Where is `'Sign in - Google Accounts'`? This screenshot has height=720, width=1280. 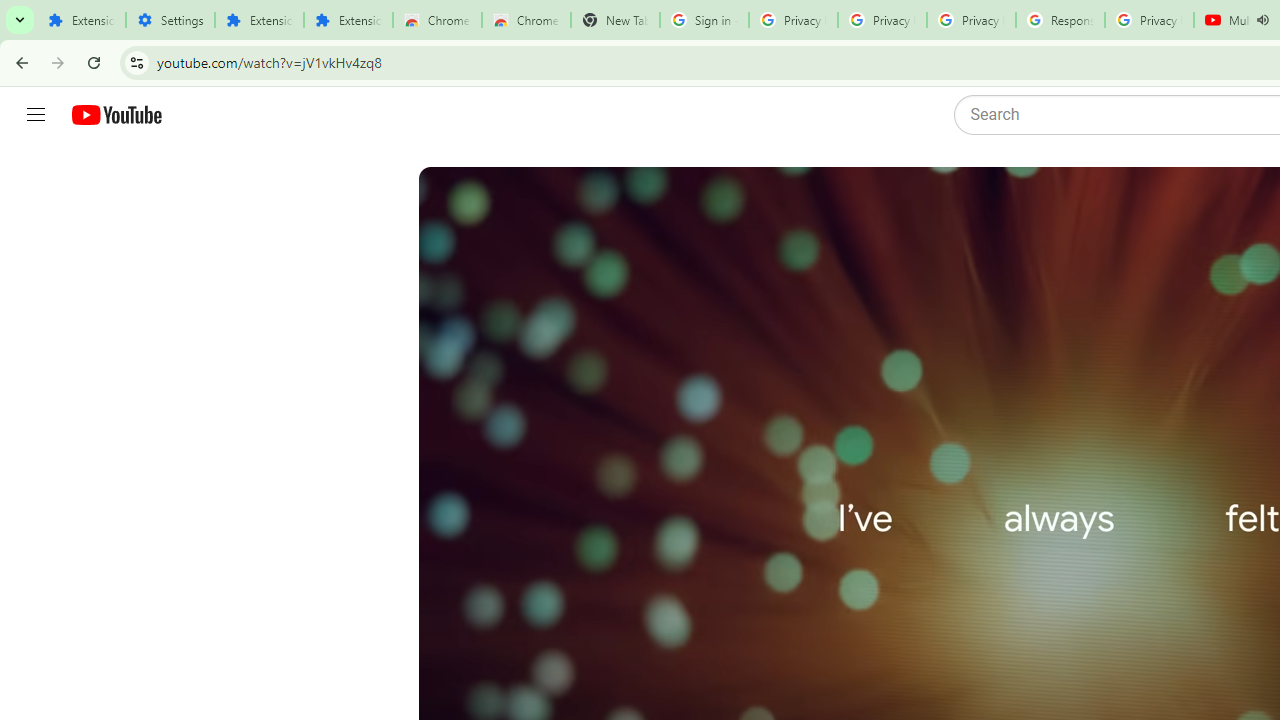 'Sign in - Google Accounts' is located at coordinates (704, 20).